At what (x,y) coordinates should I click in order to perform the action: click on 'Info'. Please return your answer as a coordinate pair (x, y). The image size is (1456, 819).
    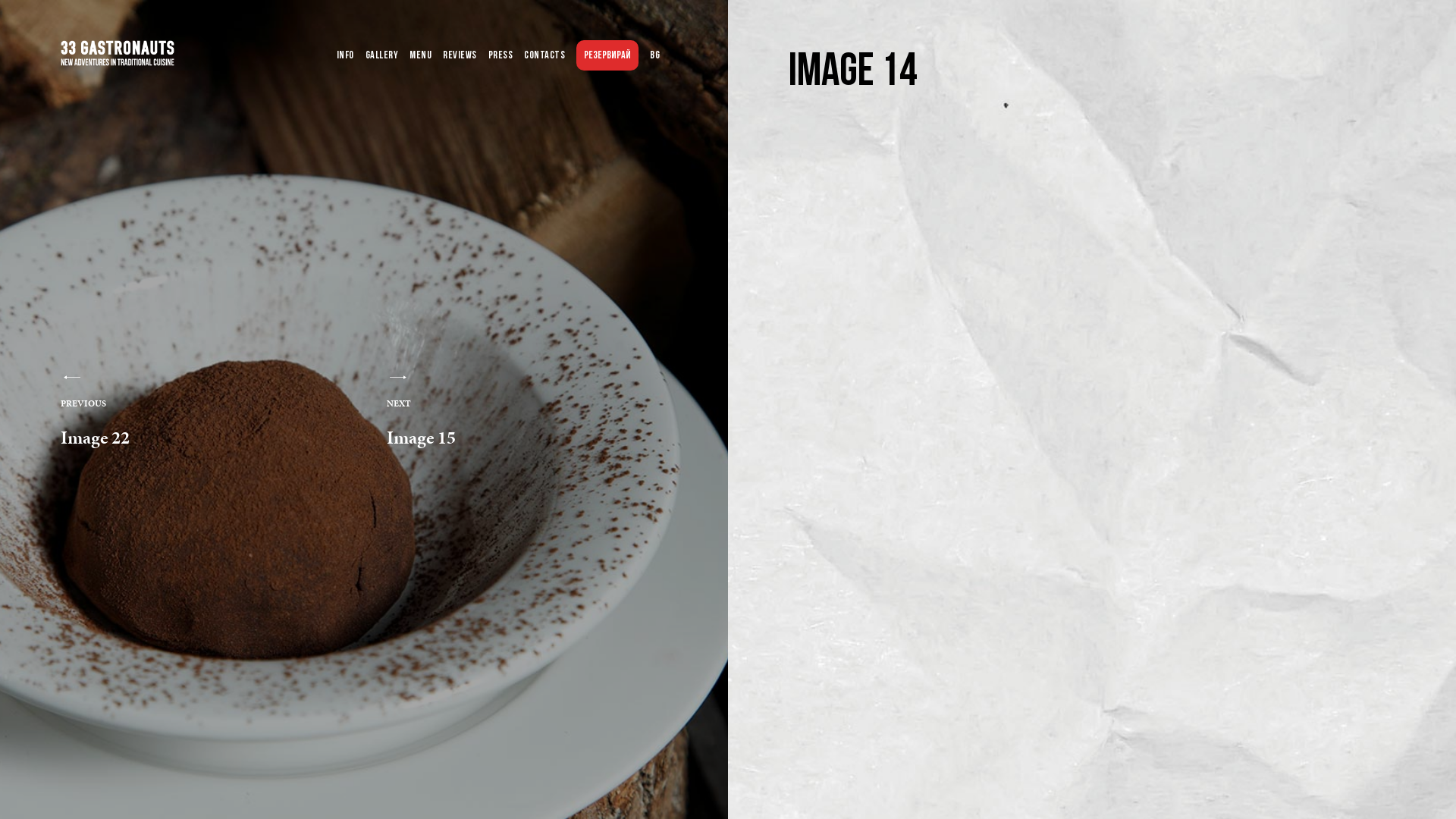
    Looking at the image, I should click on (344, 55).